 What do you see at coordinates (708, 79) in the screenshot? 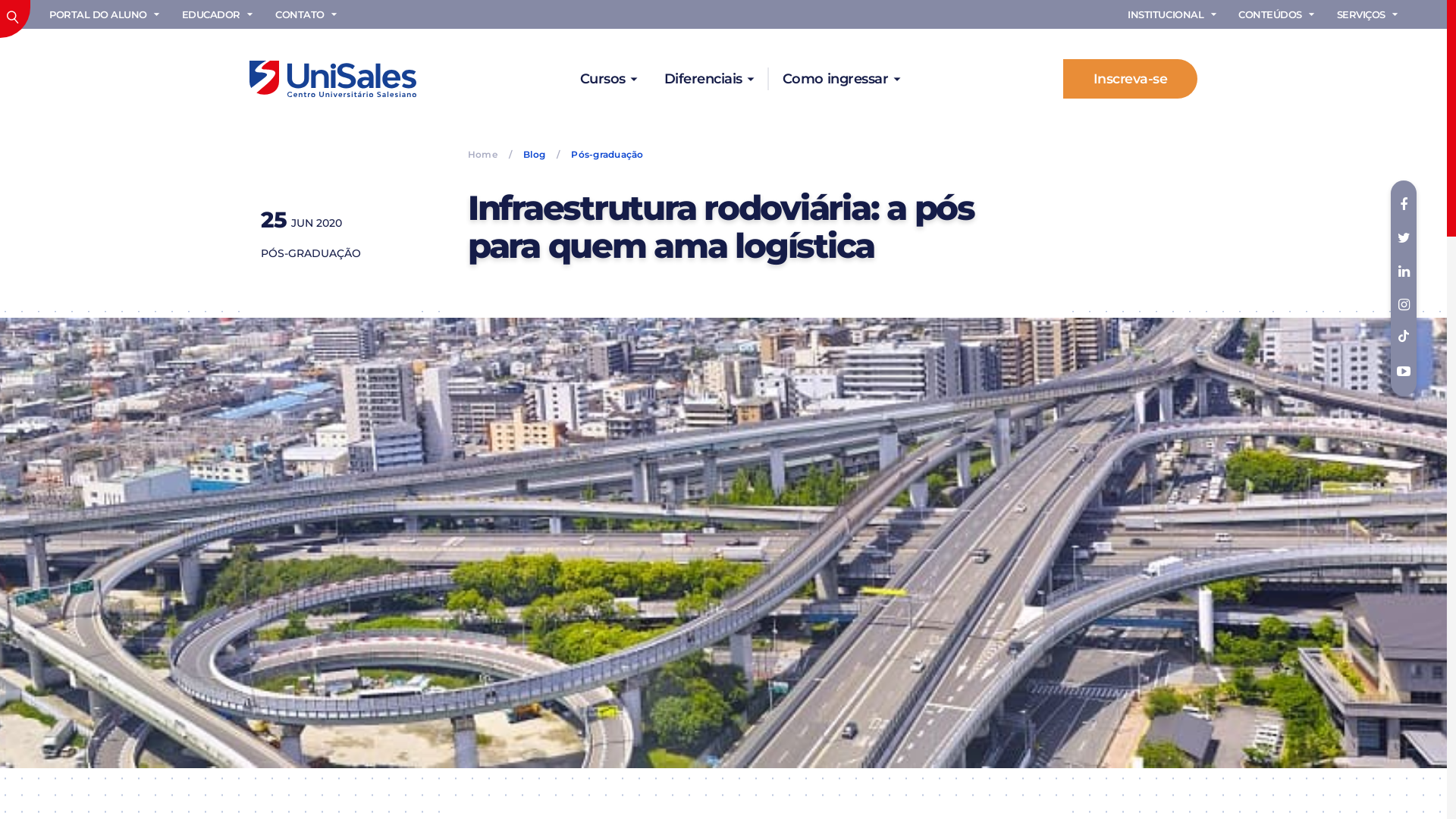
I see `'Diferenciais'` at bounding box center [708, 79].